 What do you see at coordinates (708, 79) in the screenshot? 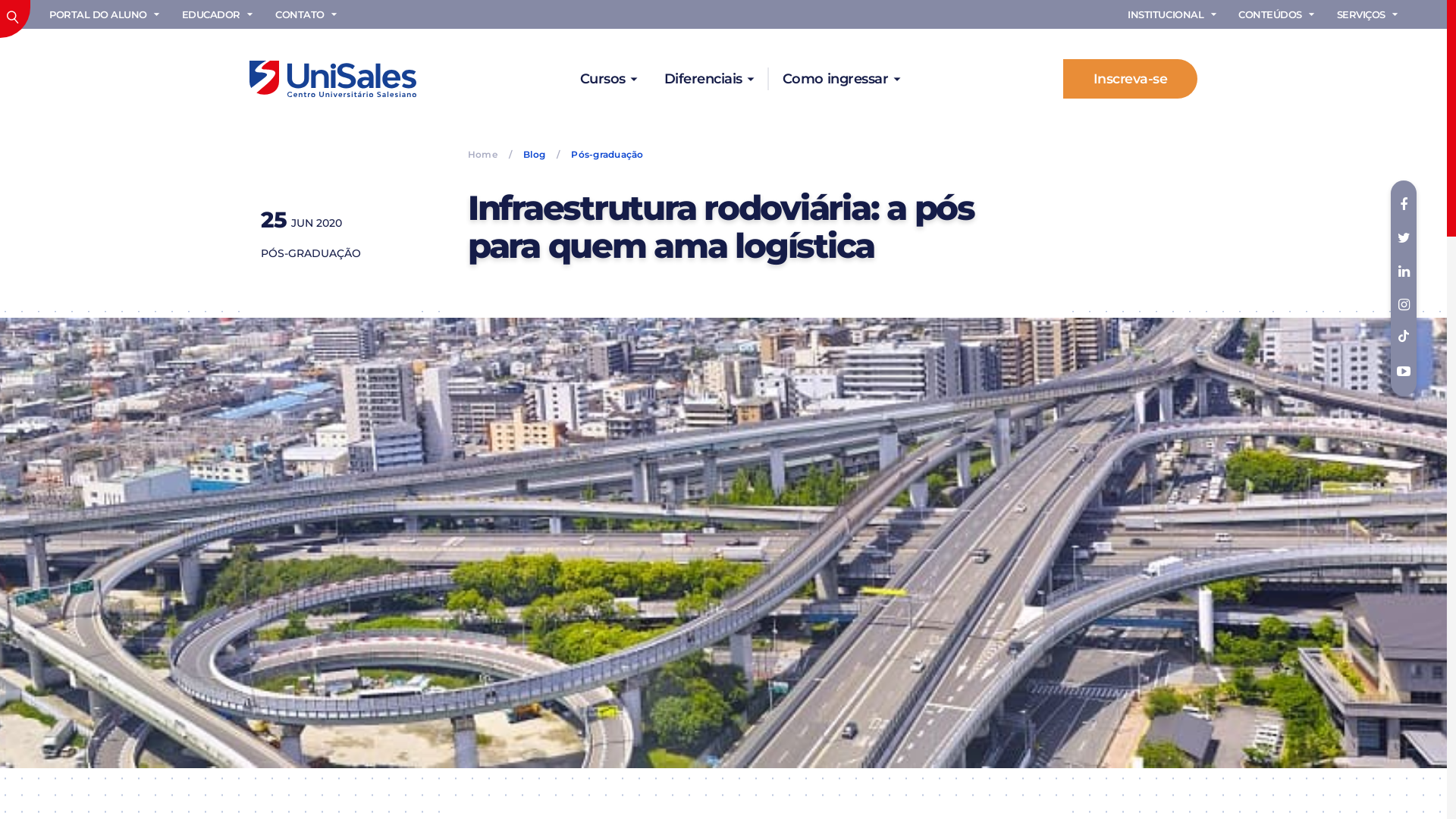
I see `'Diferenciais'` at bounding box center [708, 79].